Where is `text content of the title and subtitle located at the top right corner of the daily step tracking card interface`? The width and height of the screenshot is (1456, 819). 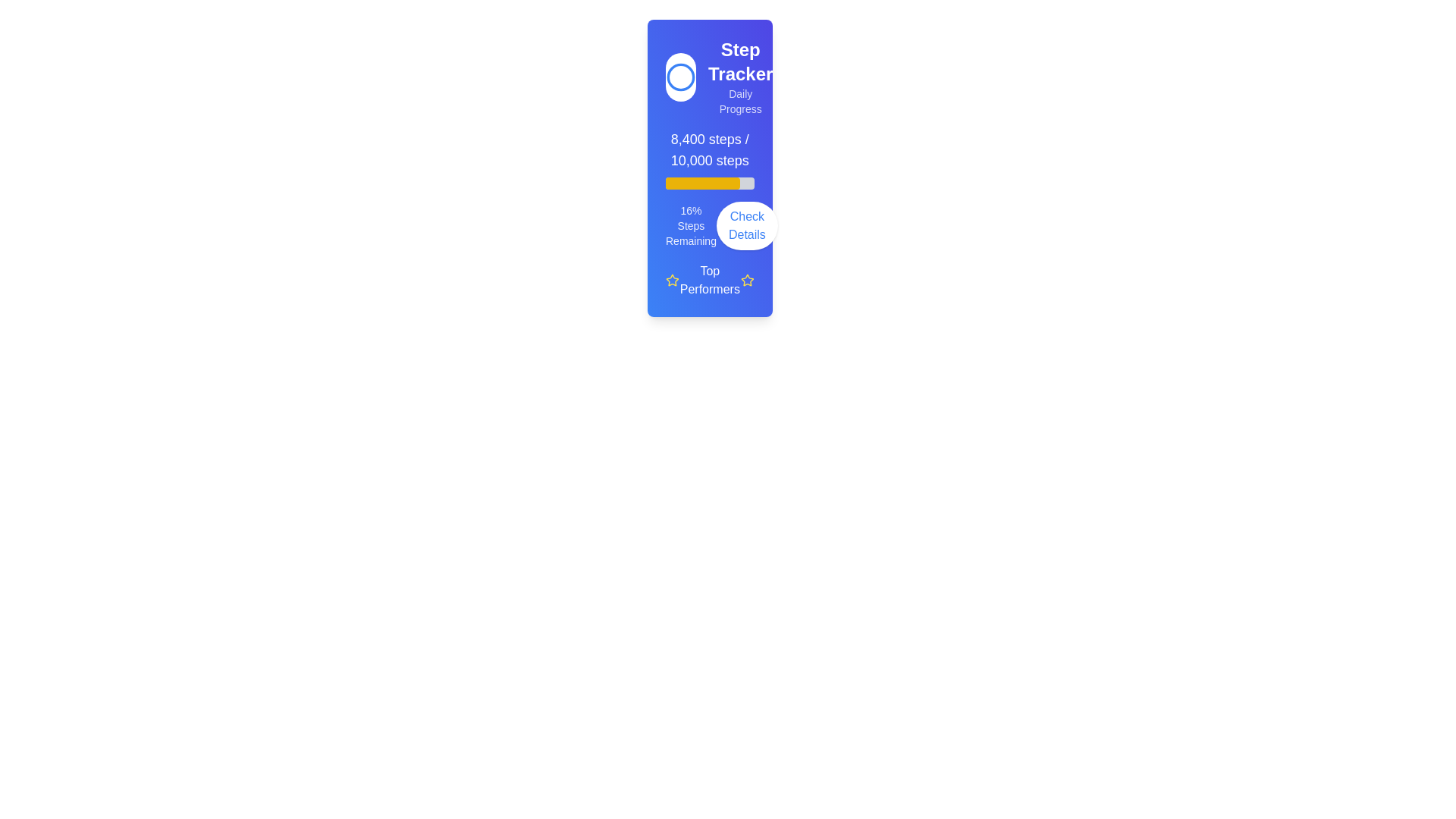
text content of the title and subtitle located at the top right corner of the daily step tracking card interface is located at coordinates (740, 77).